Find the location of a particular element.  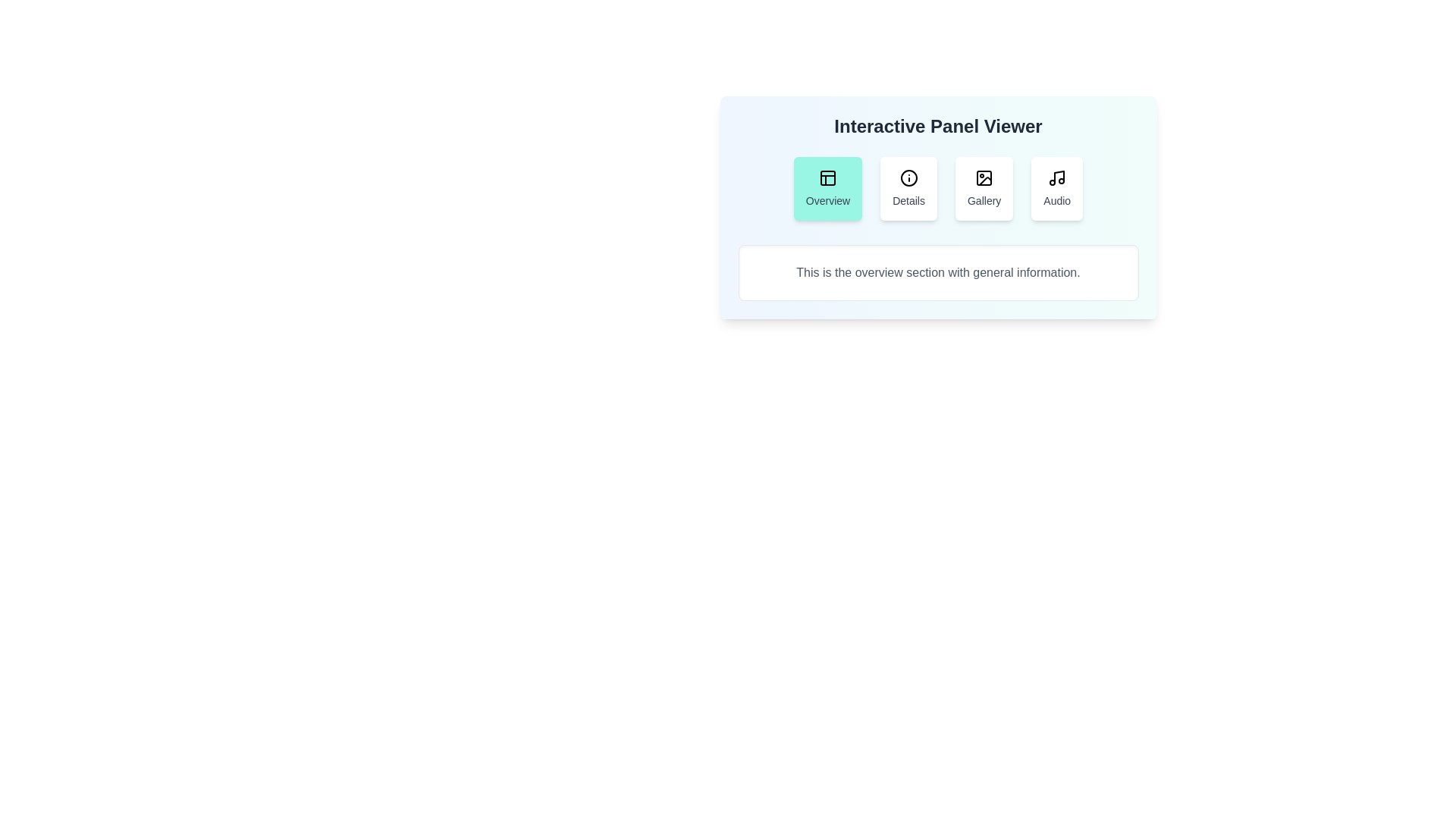

the music note icon located in the bottom-right corner of the top row of the interactive panel, which is part of the 'Audio' card and positioned above the 'Audio' label is located at coordinates (1056, 177).